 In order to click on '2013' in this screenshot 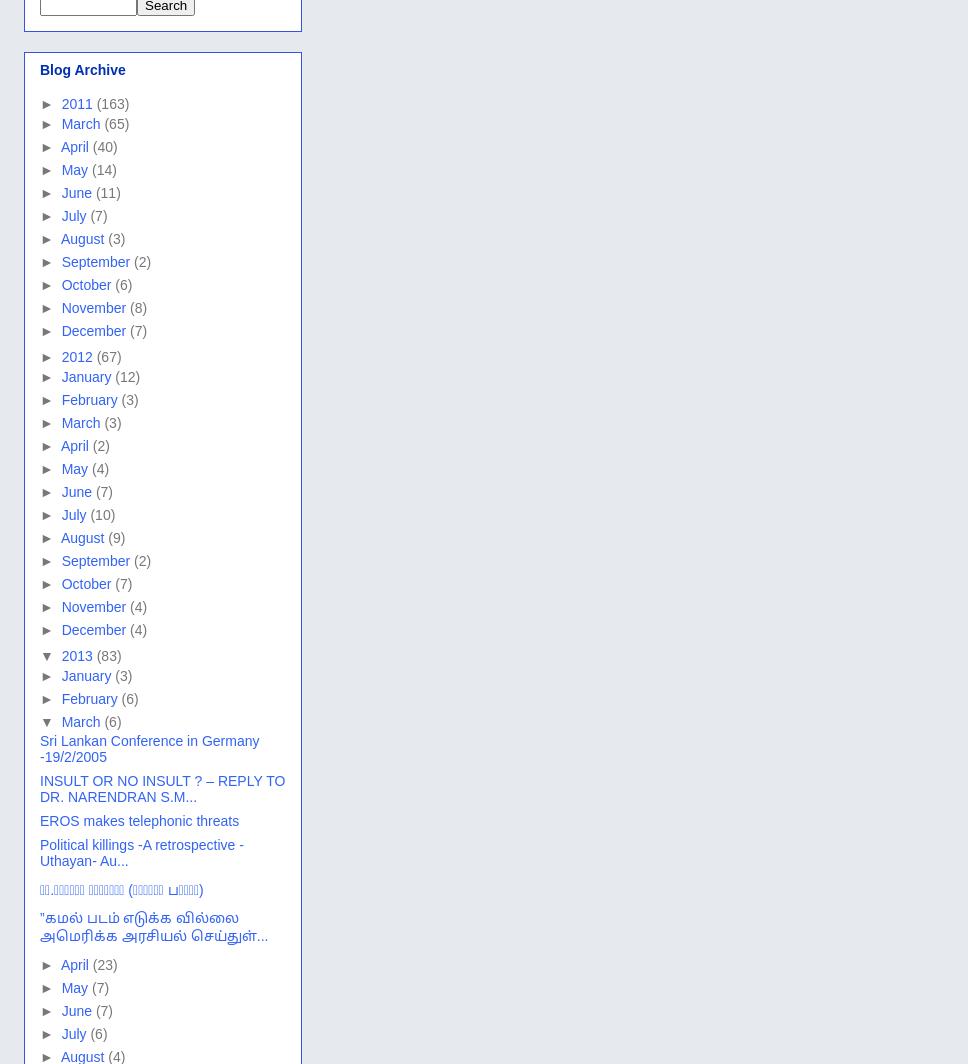, I will do `click(77, 655)`.